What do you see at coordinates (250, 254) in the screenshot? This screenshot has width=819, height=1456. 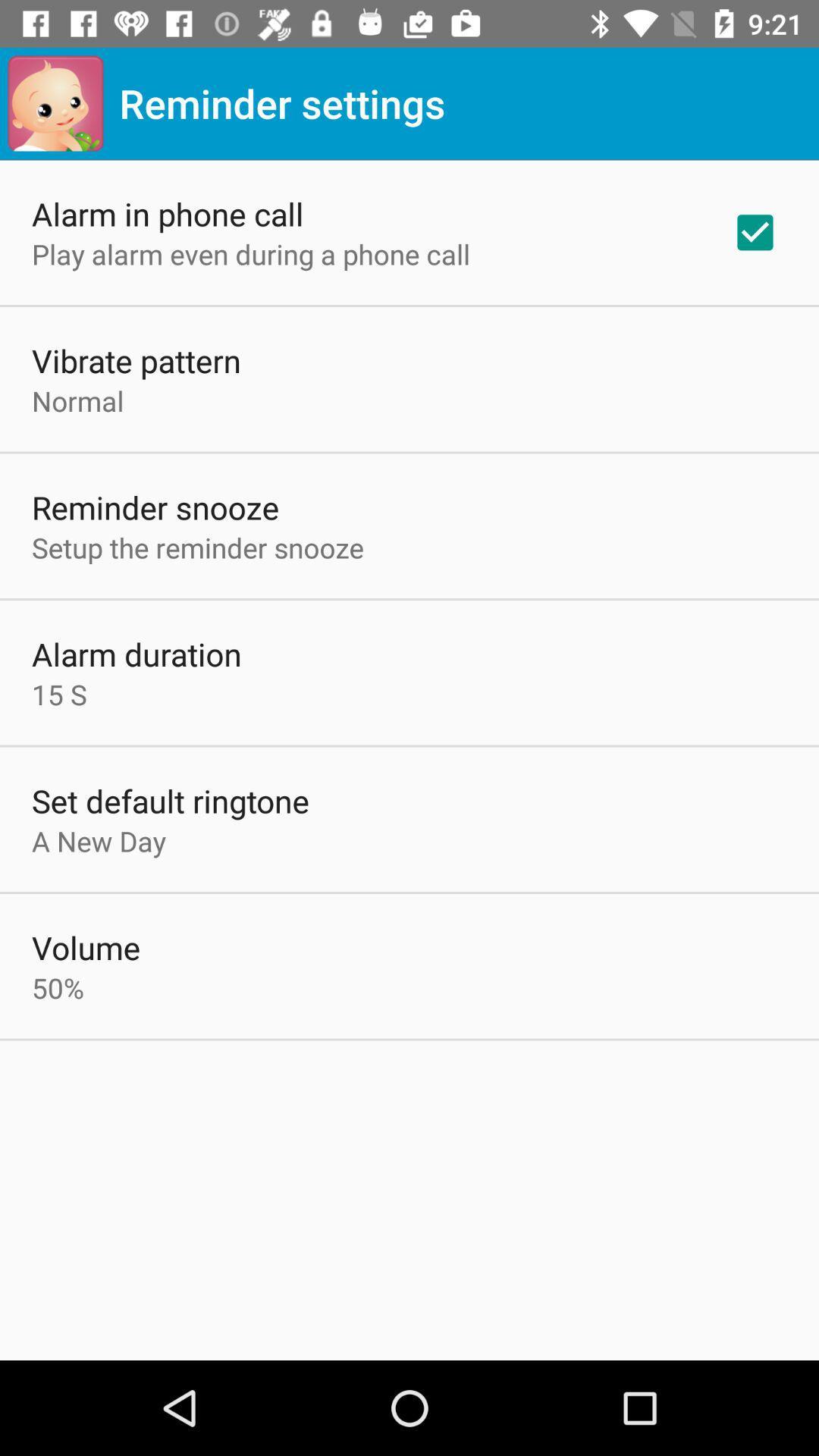 I see `the app above vibrate pattern` at bounding box center [250, 254].